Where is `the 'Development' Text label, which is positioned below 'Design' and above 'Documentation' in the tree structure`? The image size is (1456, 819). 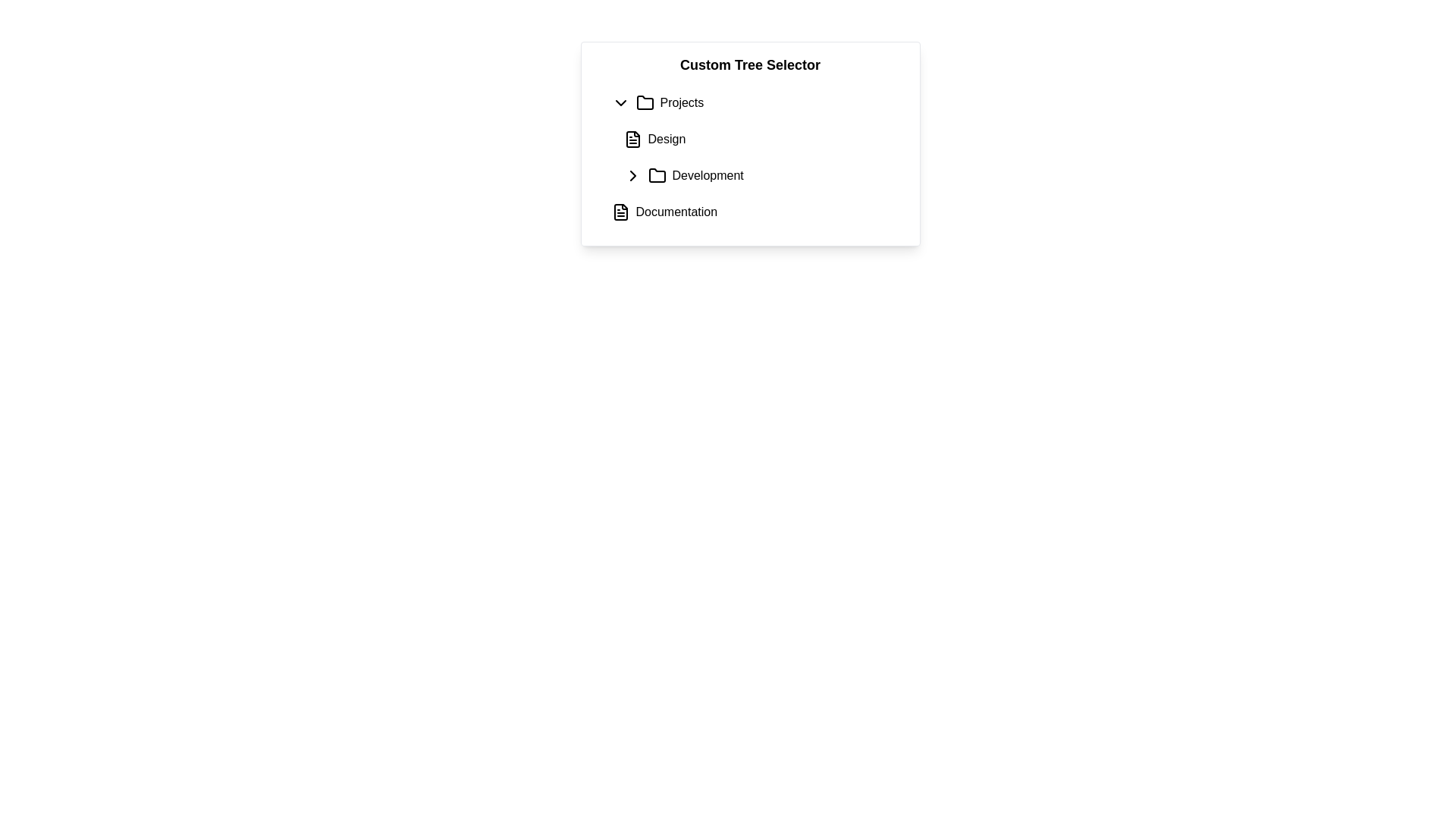
the 'Development' Text label, which is positioned below 'Design' and above 'Documentation' in the tree structure is located at coordinates (707, 174).